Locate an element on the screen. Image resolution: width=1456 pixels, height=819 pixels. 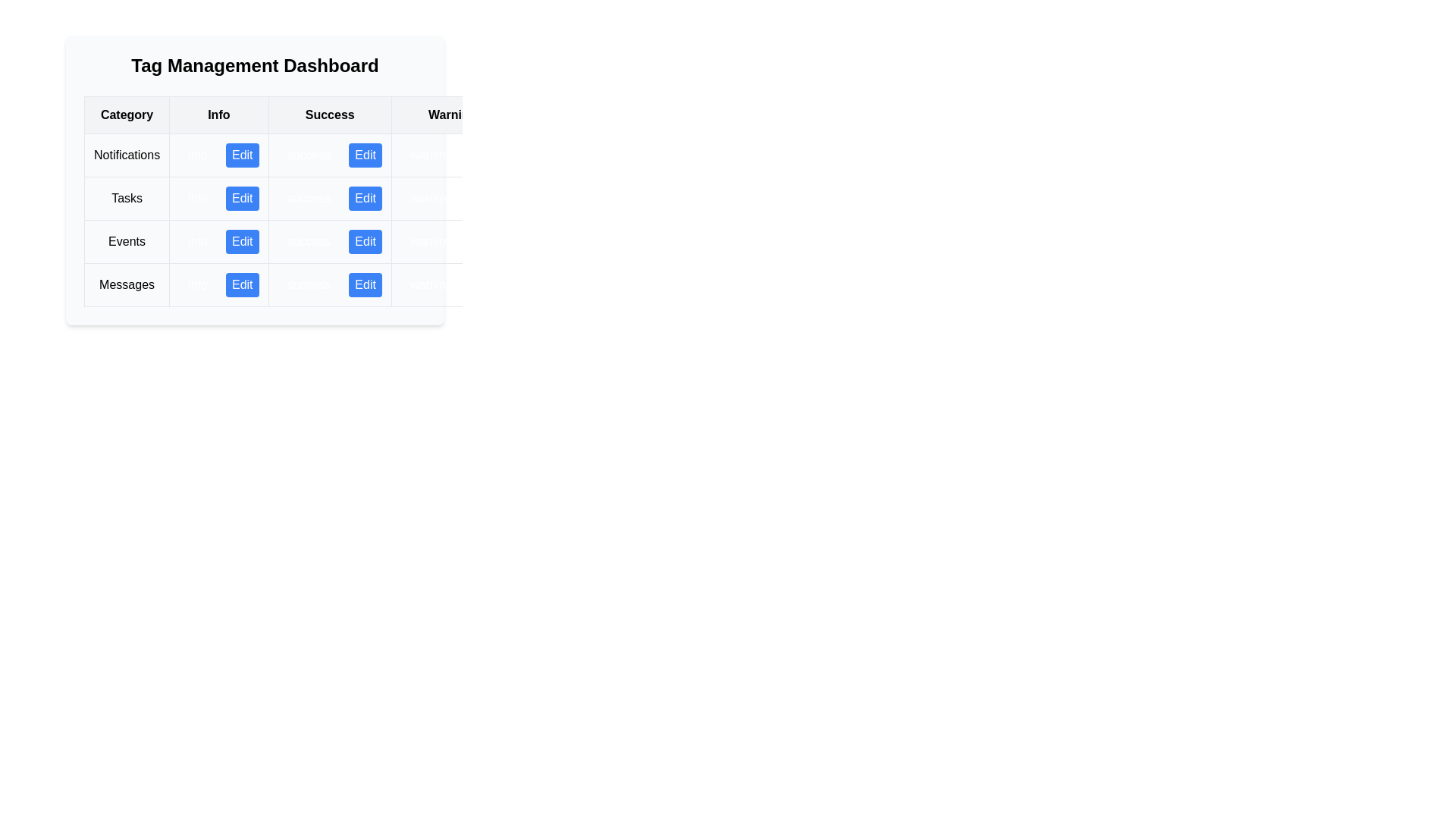
the 'Edit' button in the warning tag for the 'Events' category located in the fourth column under 'Warning' is located at coordinates (451, 241).